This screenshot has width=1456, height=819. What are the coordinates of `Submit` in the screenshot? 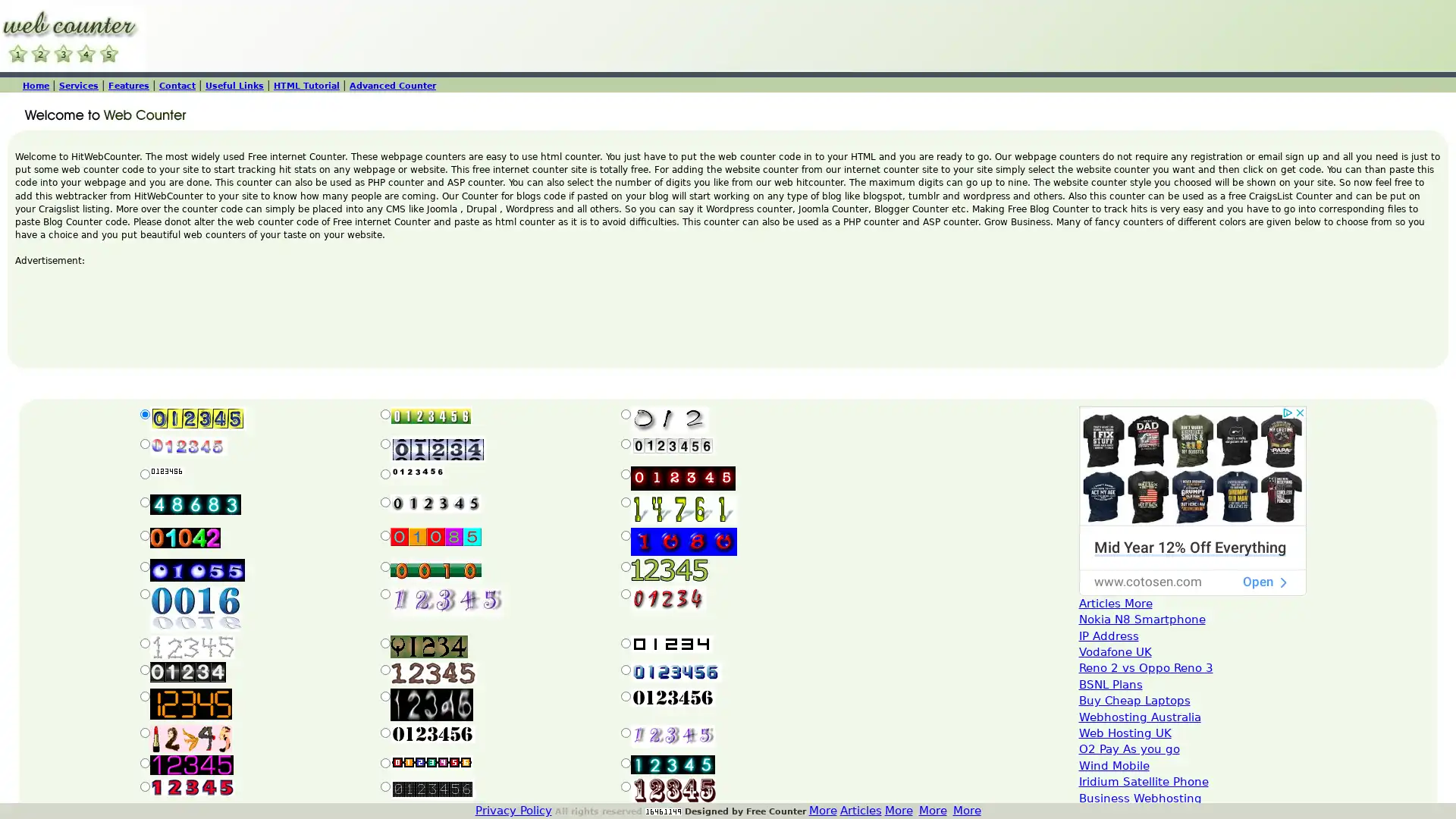 It's located at (675, 671).